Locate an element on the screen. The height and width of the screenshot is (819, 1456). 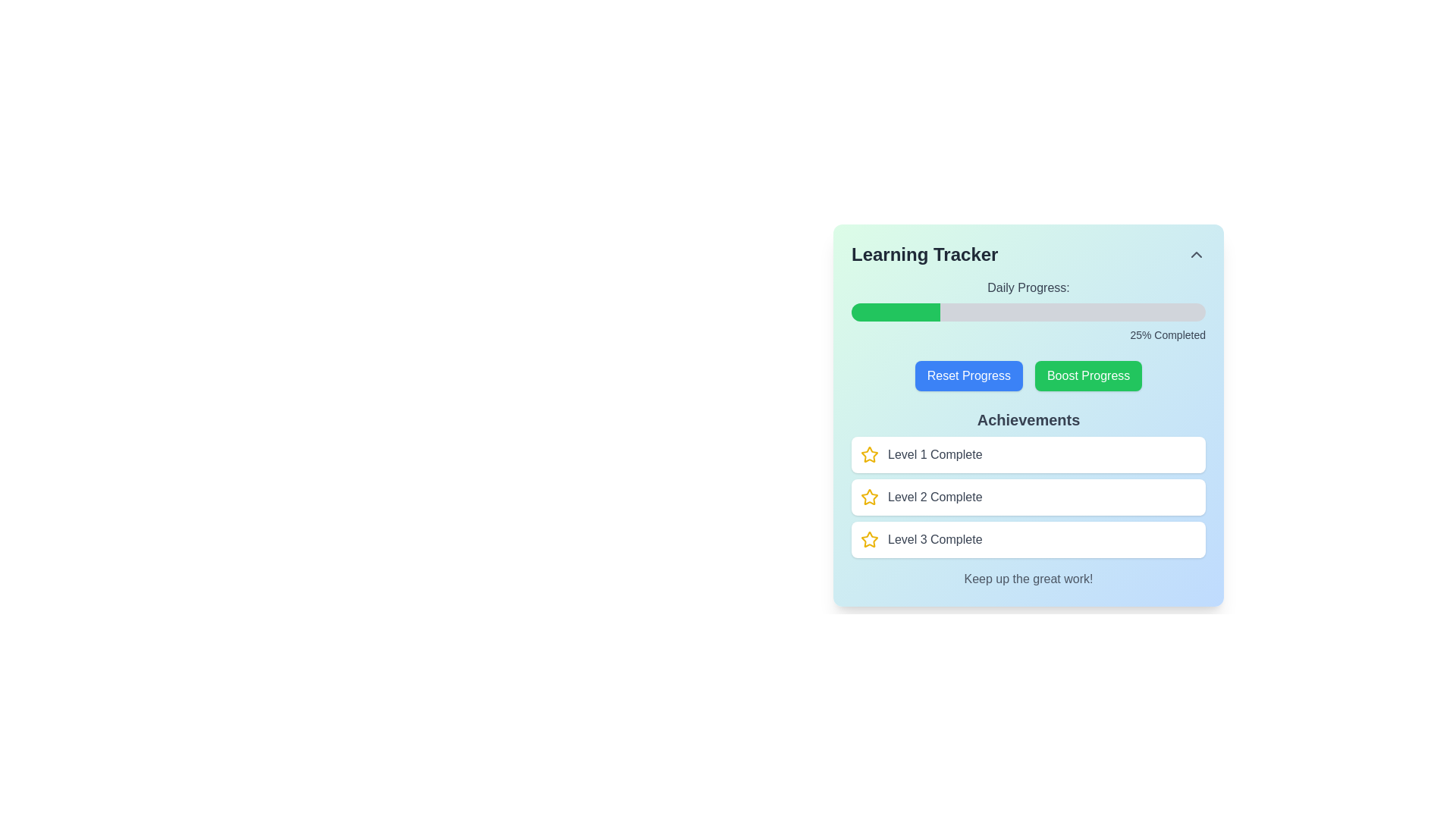
the static text label indicating the completion status of Level 2, which is located in the middle of a vertically stacked list of achievements, below 'Level 1 Complete' and above 'Level 3 Complete' is located at coordinates (934, 497).